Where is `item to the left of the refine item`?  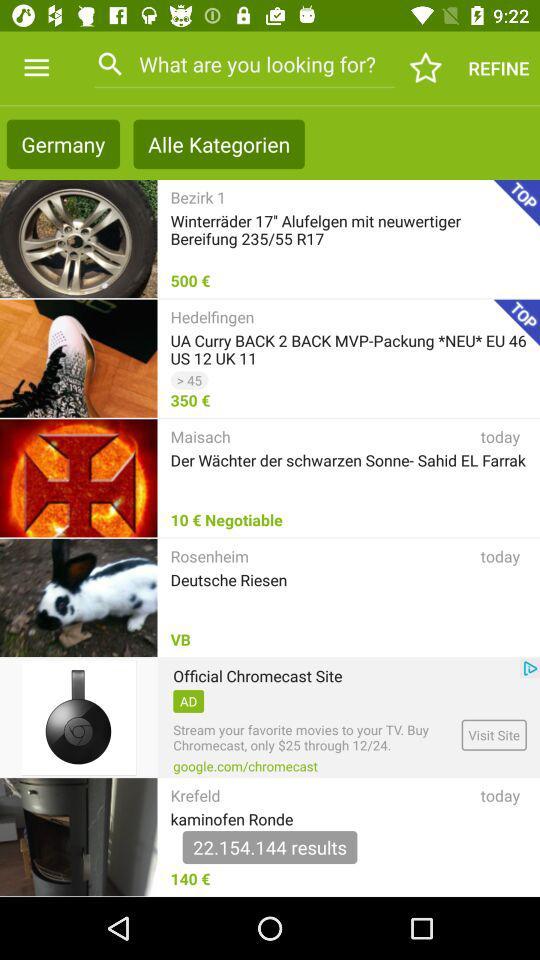
item to the left of the refine item is located at coordinates (425, 68).